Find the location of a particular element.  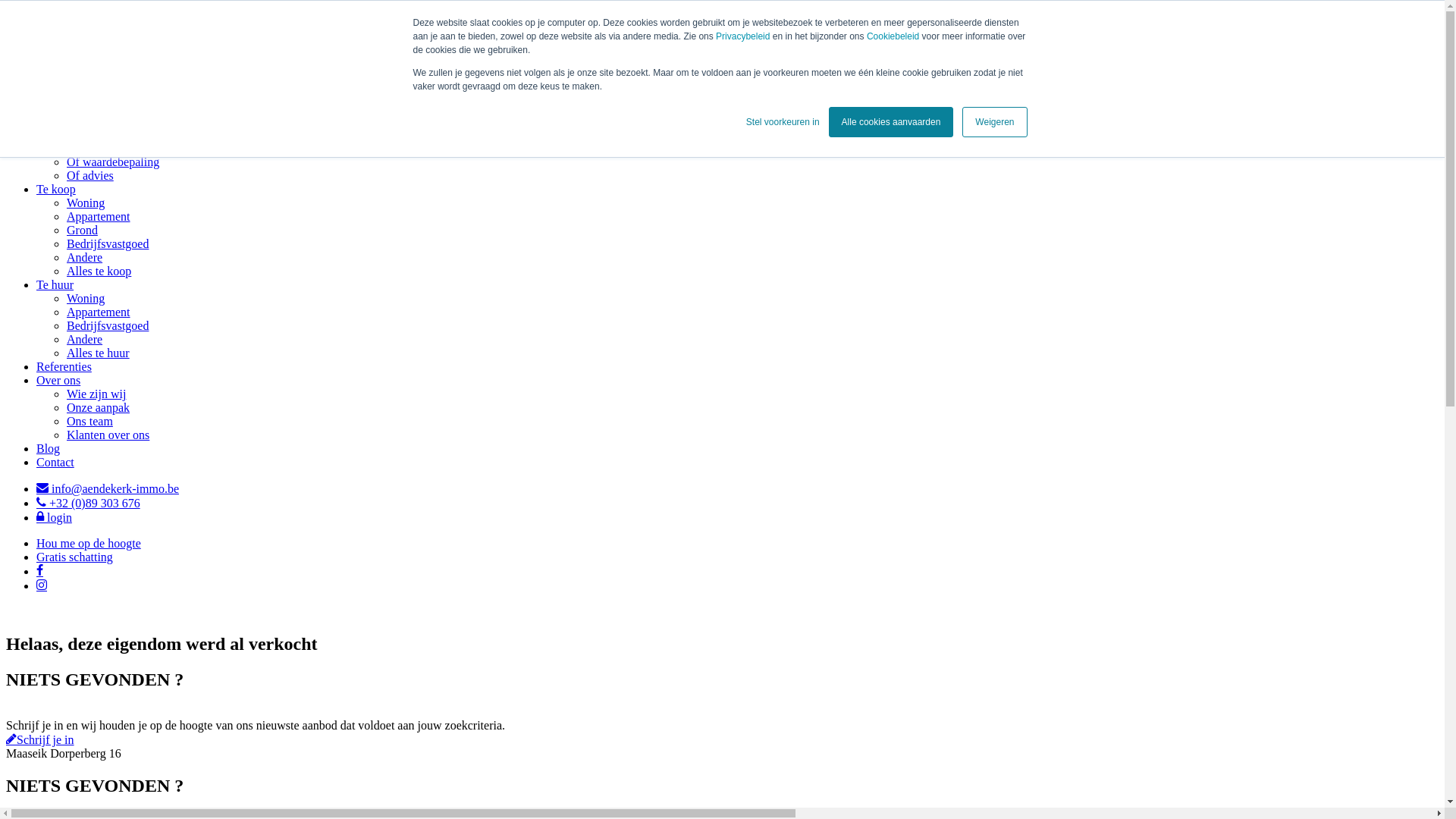

'login' is located at coordinates (54, 516).